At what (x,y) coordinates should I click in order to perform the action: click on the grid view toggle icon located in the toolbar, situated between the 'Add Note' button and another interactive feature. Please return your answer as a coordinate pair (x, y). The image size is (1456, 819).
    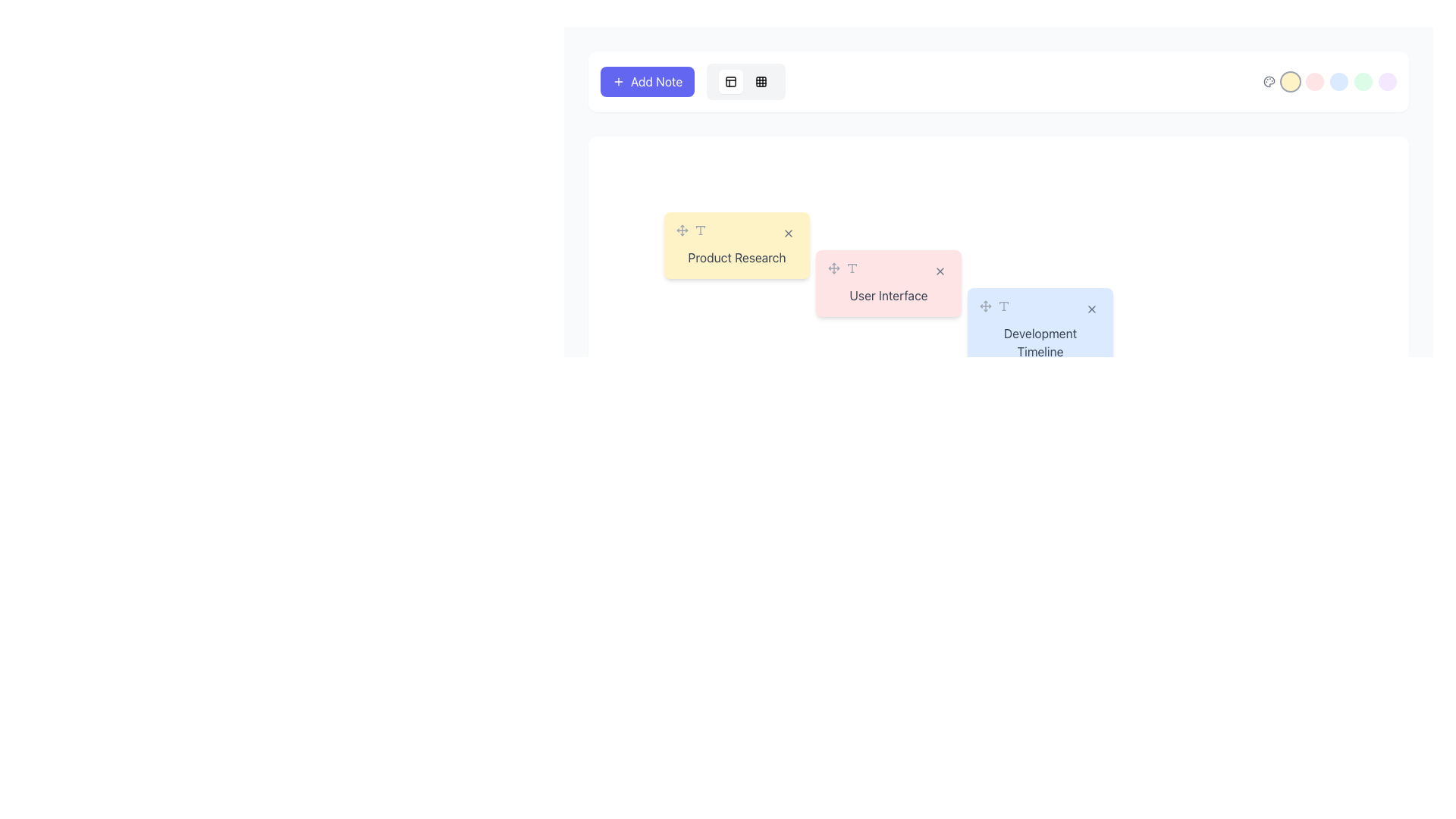
    Looking at the image, I should click on (761, 82).